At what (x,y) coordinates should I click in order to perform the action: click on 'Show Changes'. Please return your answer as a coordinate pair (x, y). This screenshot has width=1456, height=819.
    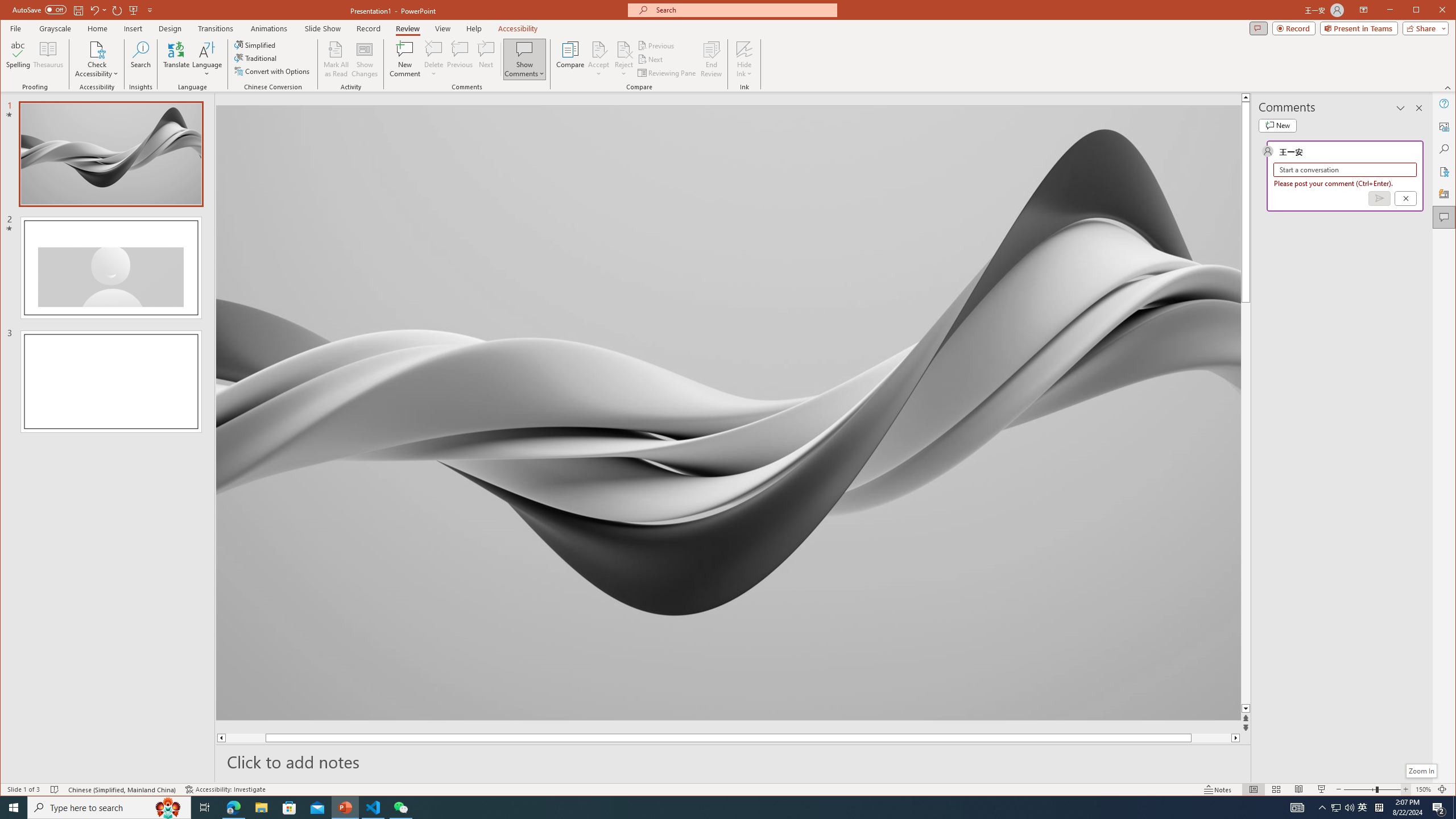
    Looking at the image, I should click on (365, 59).